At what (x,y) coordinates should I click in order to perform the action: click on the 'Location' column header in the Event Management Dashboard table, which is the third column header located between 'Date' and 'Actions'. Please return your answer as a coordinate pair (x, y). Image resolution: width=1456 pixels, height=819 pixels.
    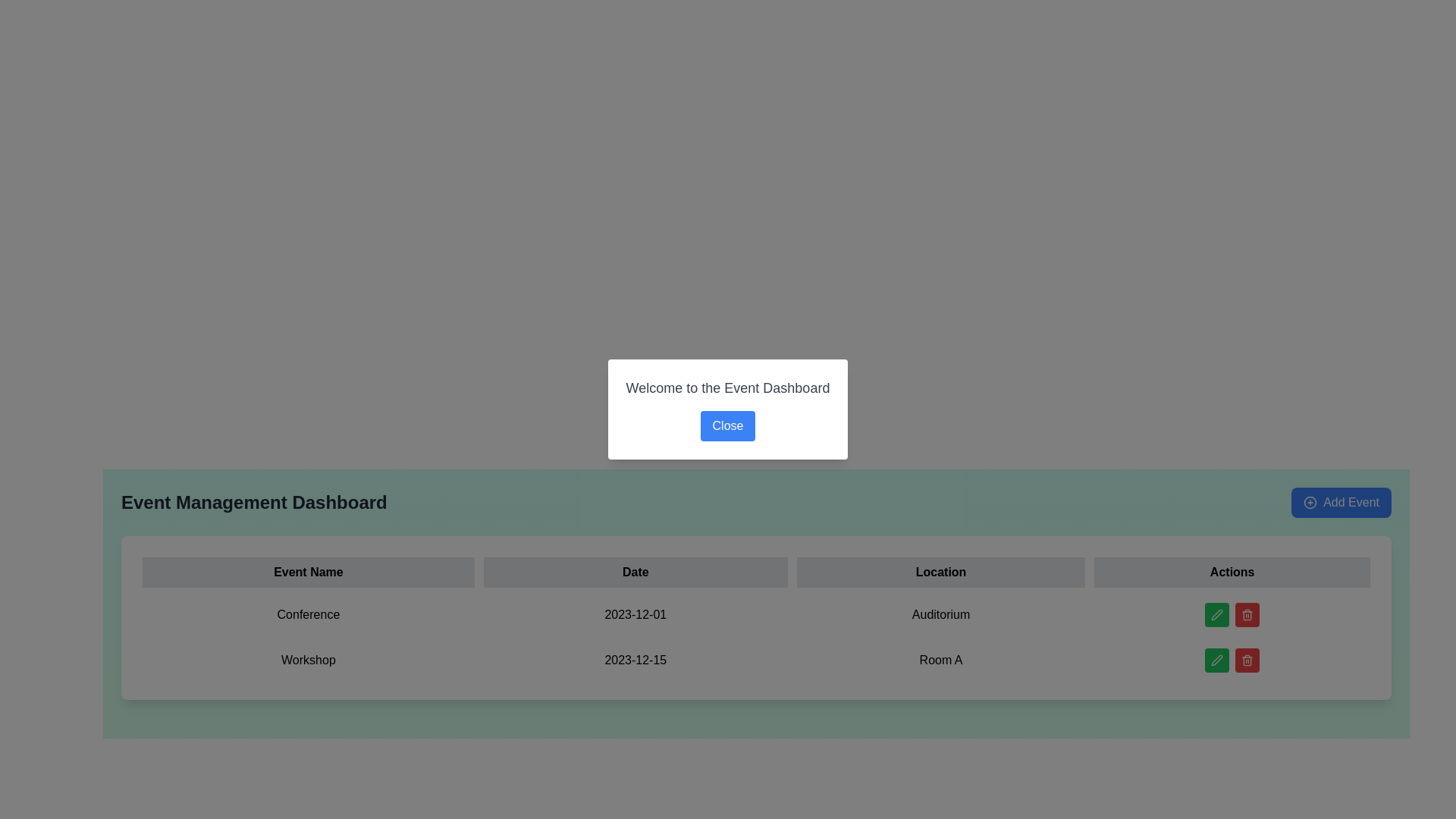
    Looking at the image, I should click on (940, 573).